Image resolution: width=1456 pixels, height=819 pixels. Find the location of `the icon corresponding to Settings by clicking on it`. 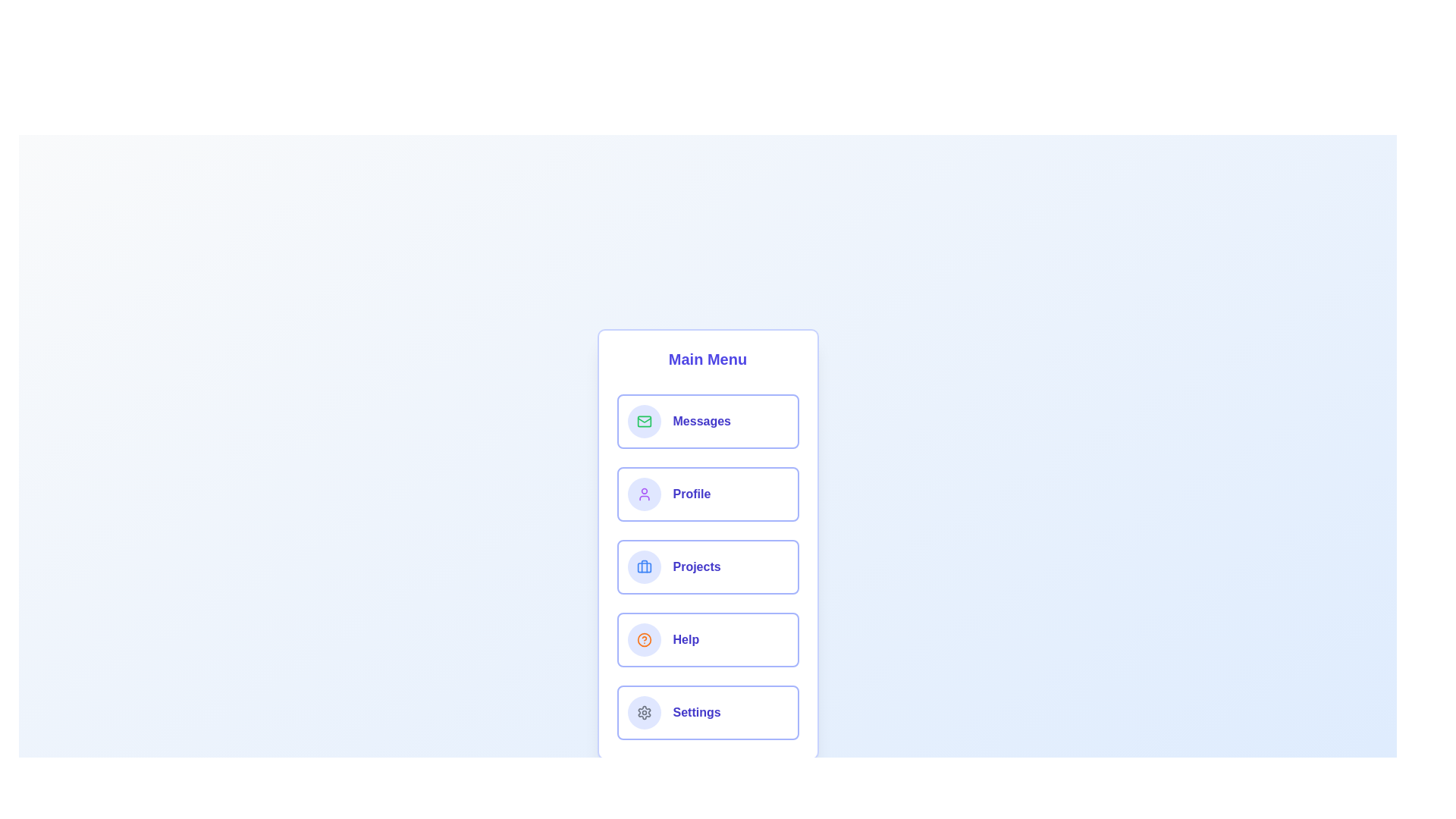

the icon corresponding to Settings by clicking on it is located at coordinates (644, 713).